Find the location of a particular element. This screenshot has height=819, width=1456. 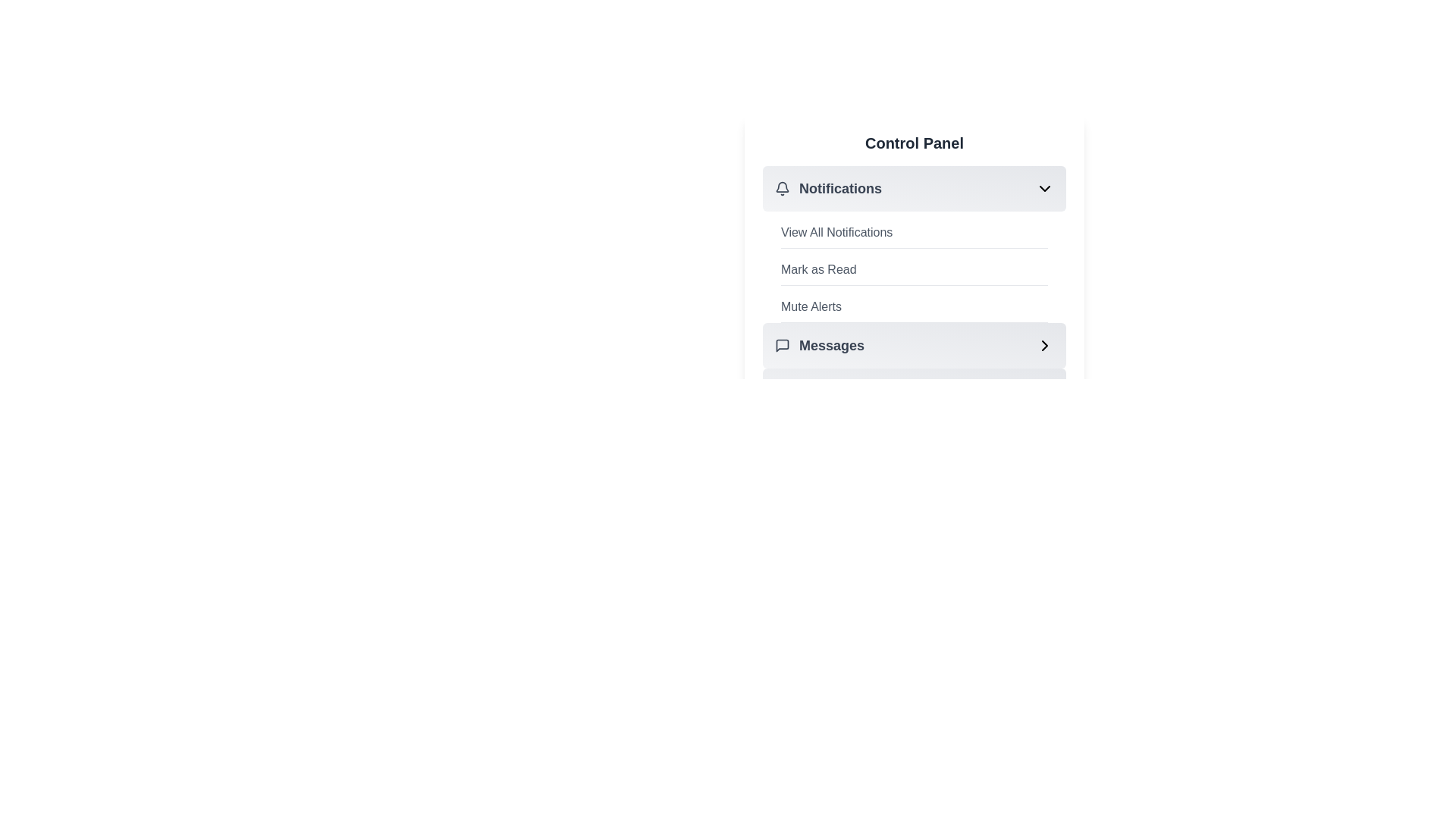

the 'Mark as Read' menu item located under the 'Notifications' section in the 'Control Panel' is located at coordinates (913, 289).